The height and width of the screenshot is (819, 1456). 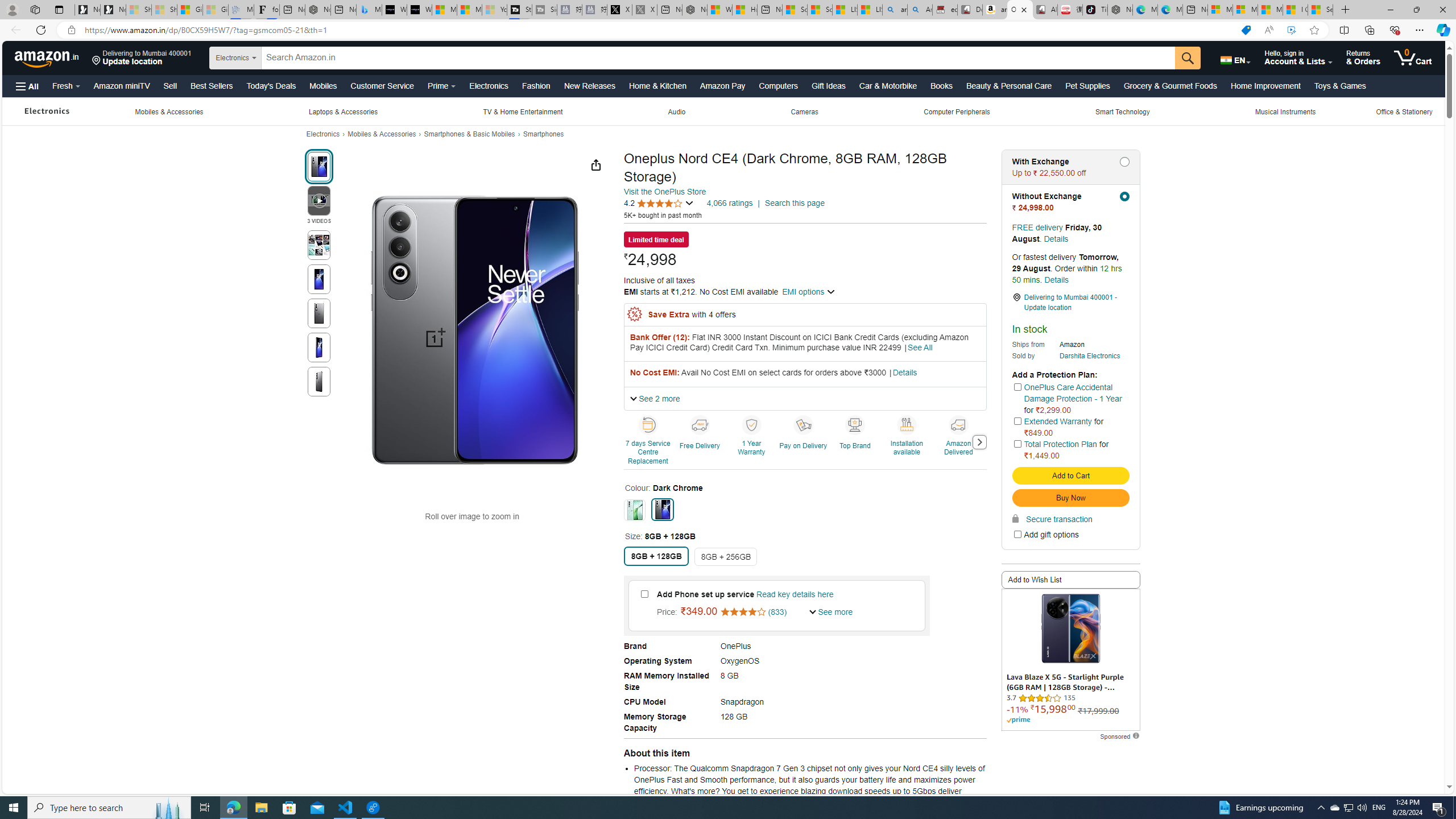 I want to click on 'Microsoft Start Sports', so click(x=443, y=9).